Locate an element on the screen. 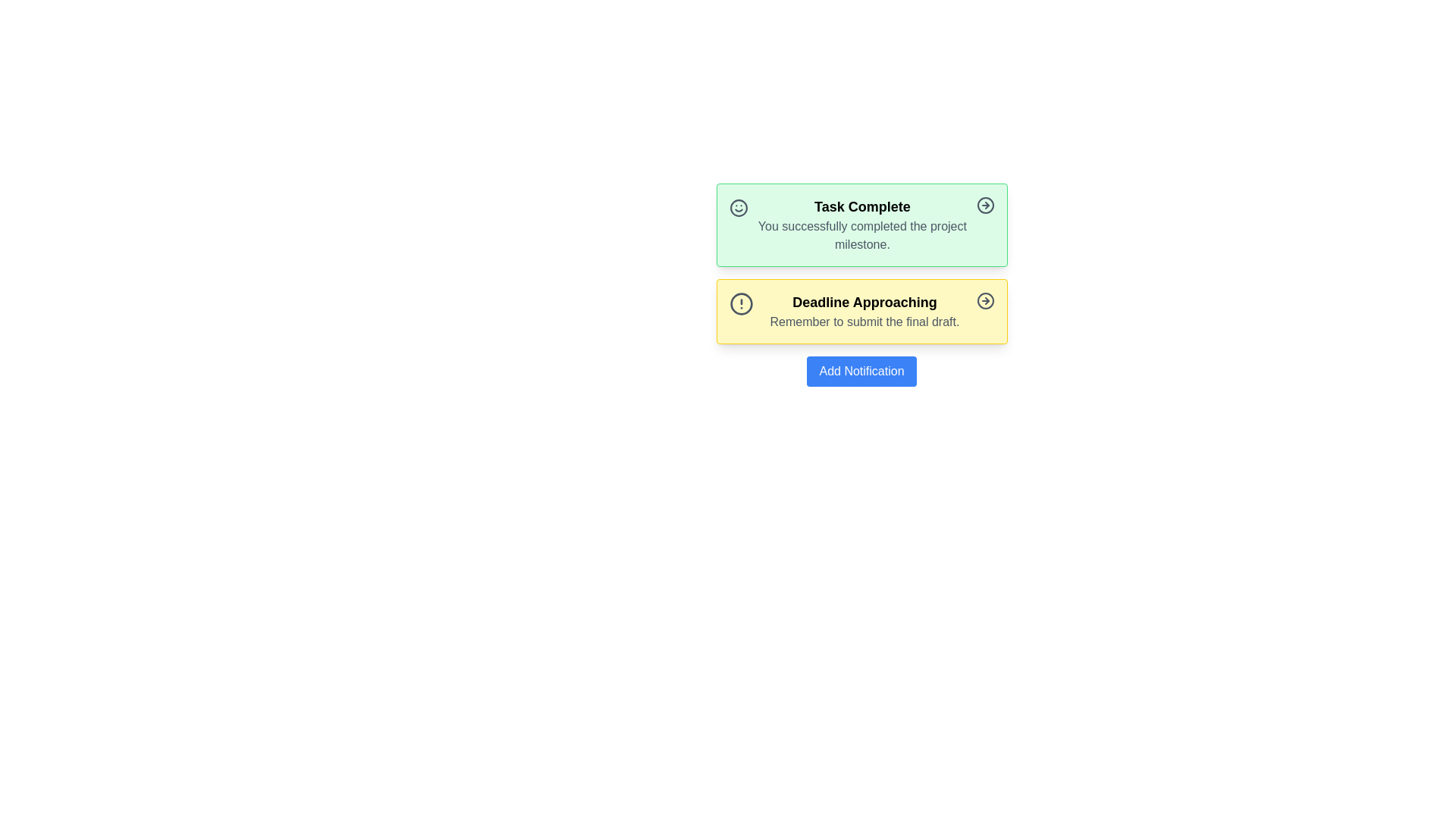 Image resolution: width=1456 pixels, height=819 pixels. the arrow button on the right side of the notification to dismiss it is located at coordinates (985, 205).